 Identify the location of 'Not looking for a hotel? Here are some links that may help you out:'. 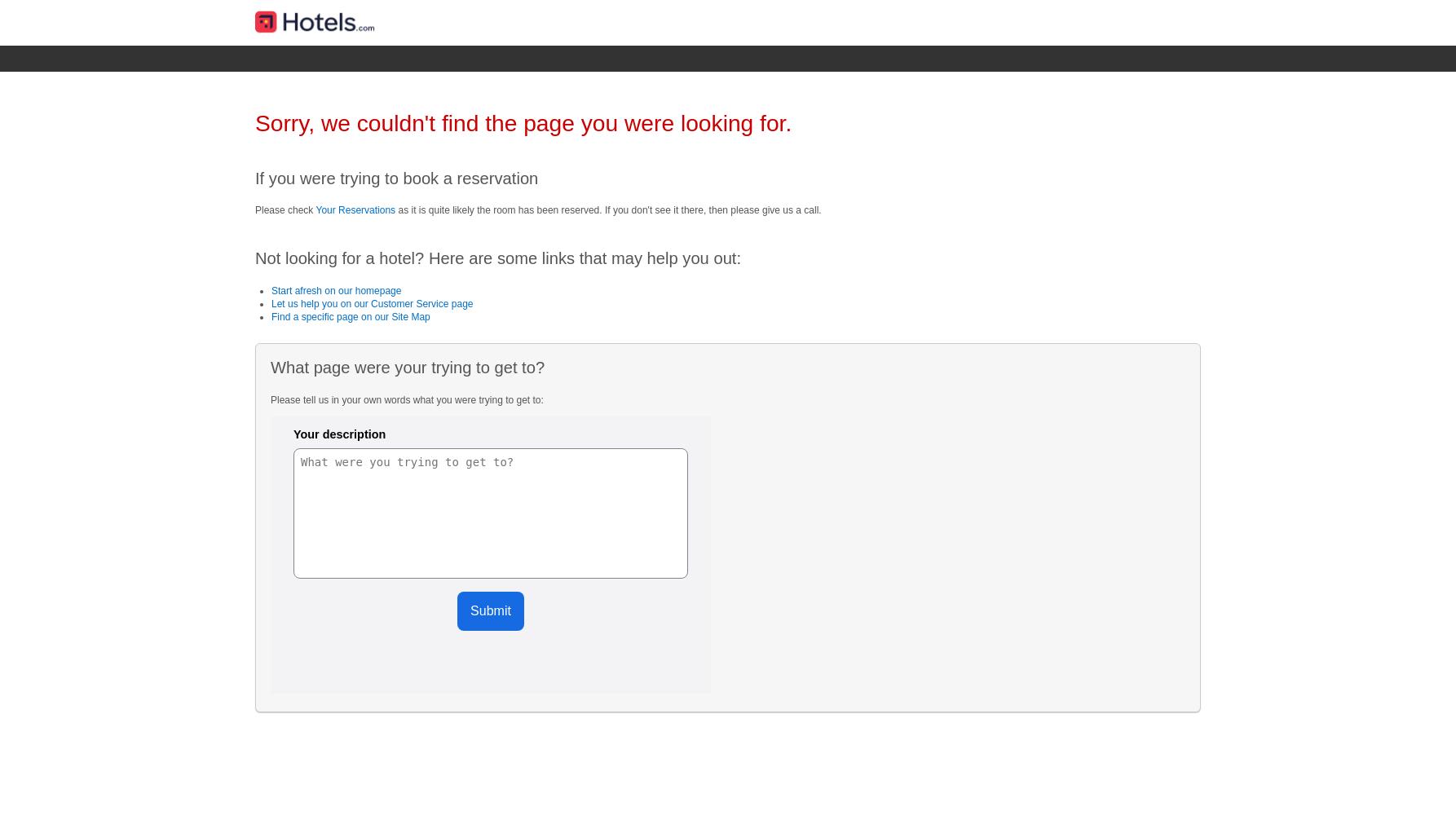
(255, 258).